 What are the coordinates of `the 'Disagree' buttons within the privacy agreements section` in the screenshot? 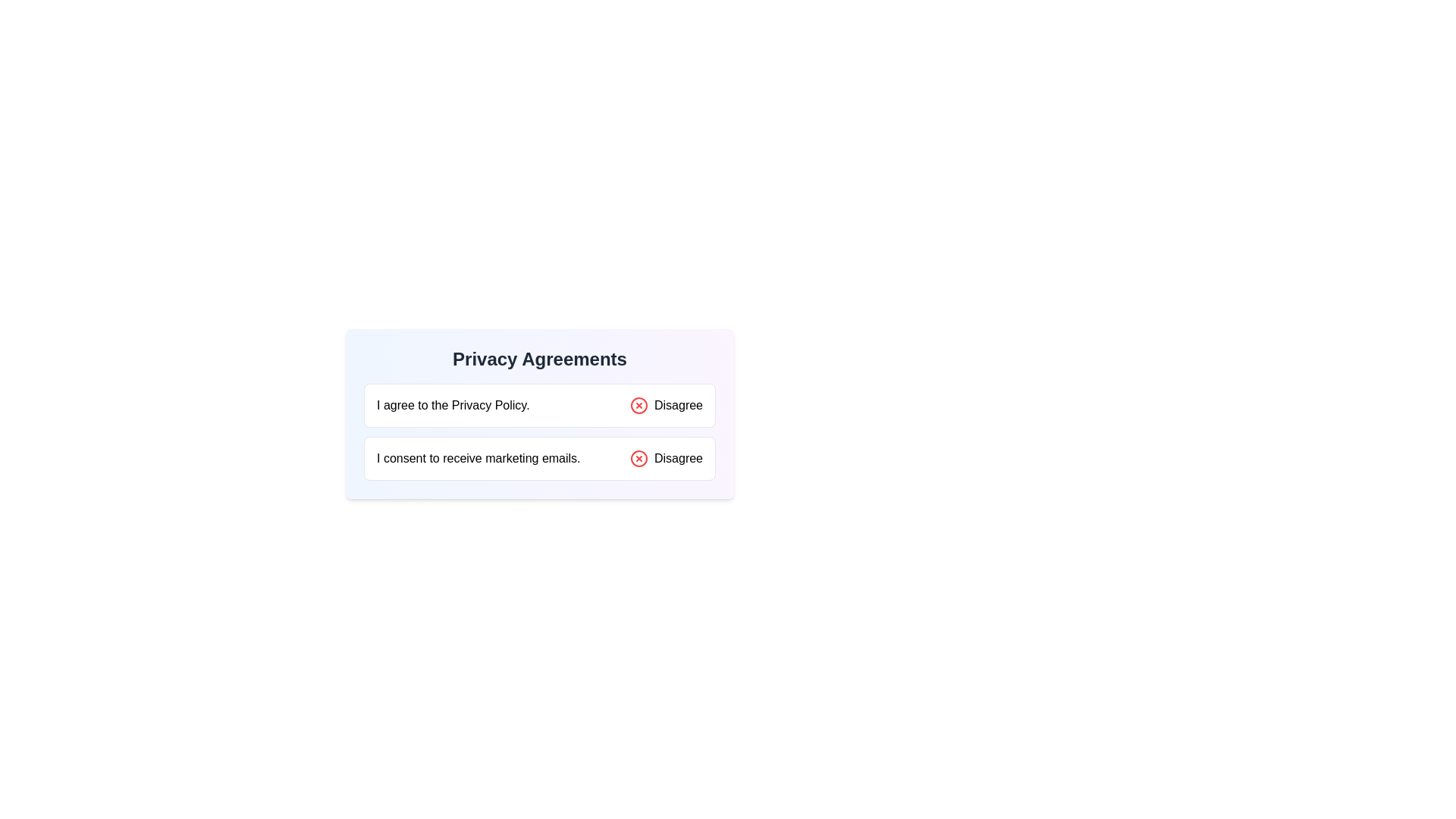 It's located at (539, 414).